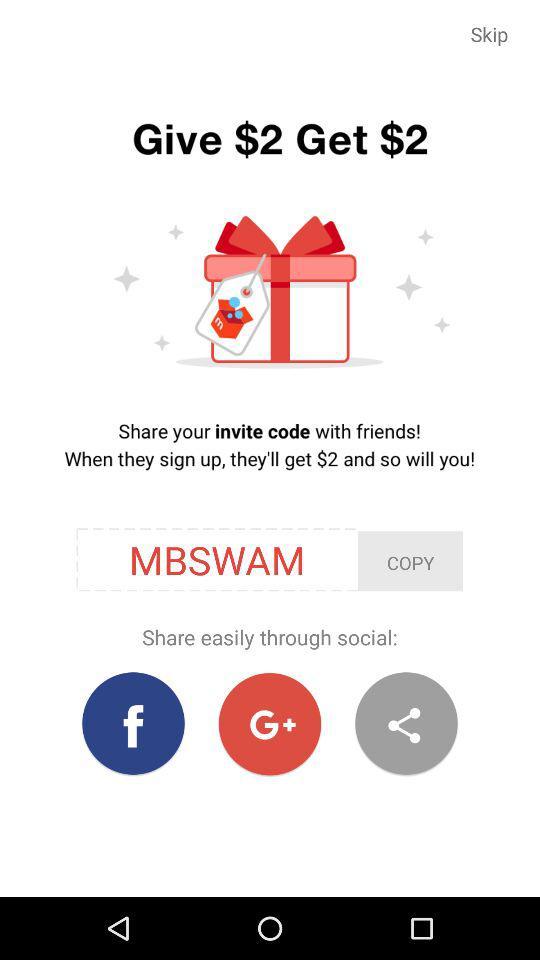 This screenshot has width=540, height=960. Describe the element at coordinates (409, 561) in the screenshot. I see `the icon above share easily through icon` at that location.